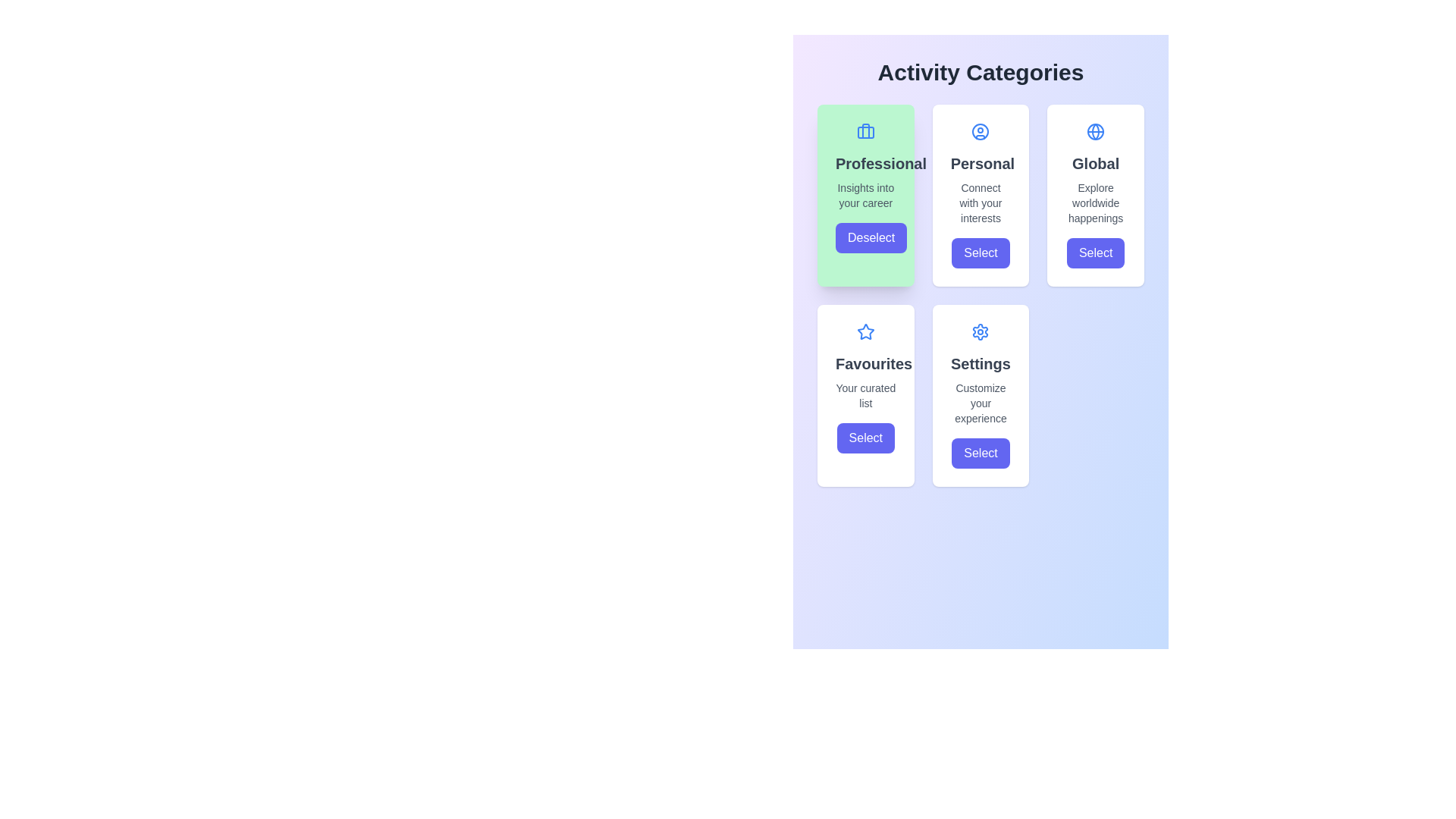 The height and width of the screenshot is (819, 1456). I want to click on the globe icon located at the top-right card in the 'Activity Categories' section, which represents the 'Global' theme, so click(1096, 130).